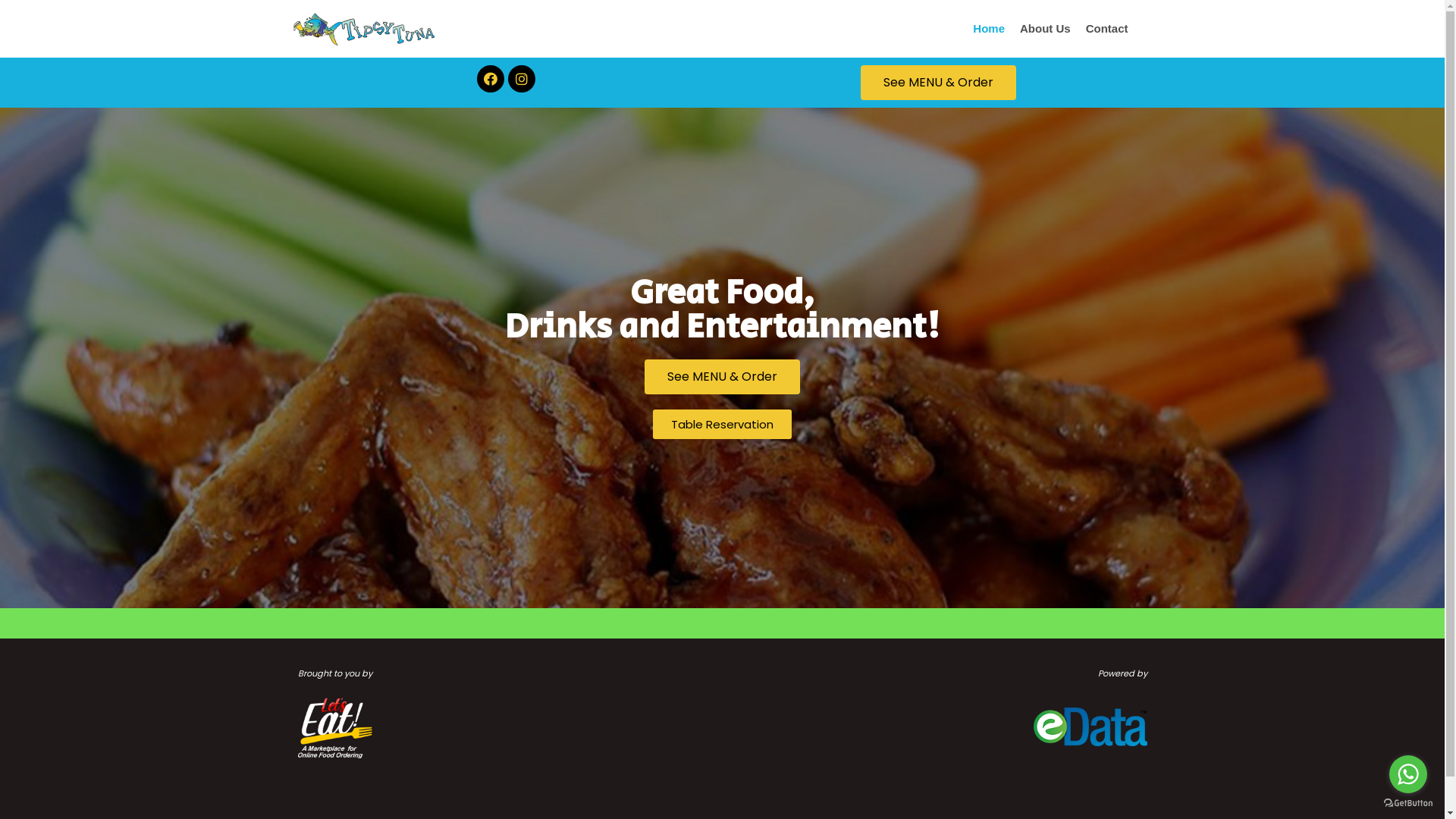 Image resolution: width=1456 pixels, height=819 pixels. Describe the element at coordinates (1044, 29) in the screenshot. I see `'About Us'` at that location.